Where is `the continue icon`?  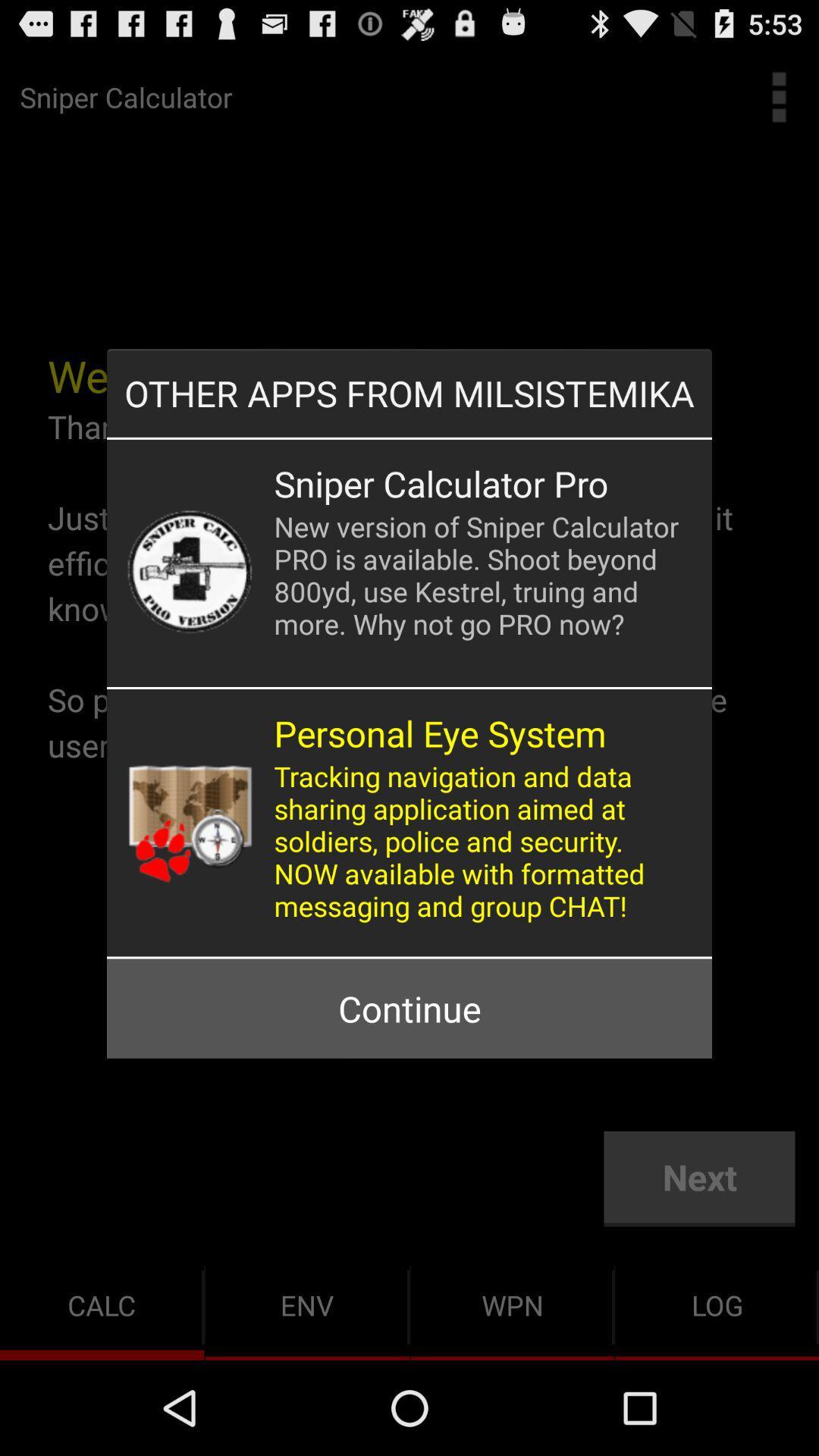 the continue icon is located at coordinates (409, 1009).